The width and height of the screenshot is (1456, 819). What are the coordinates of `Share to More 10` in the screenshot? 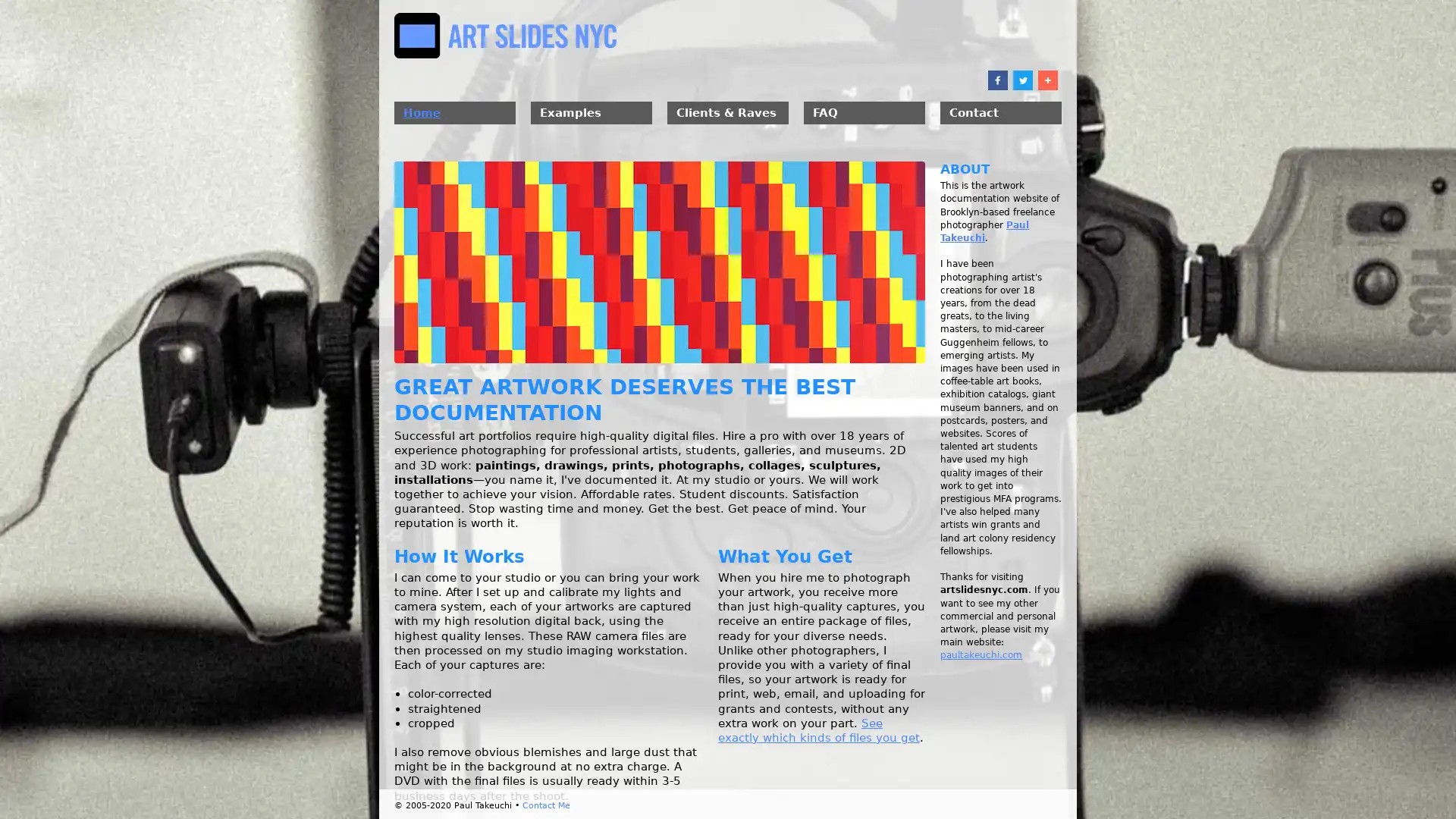 It's located at (1038, 79).